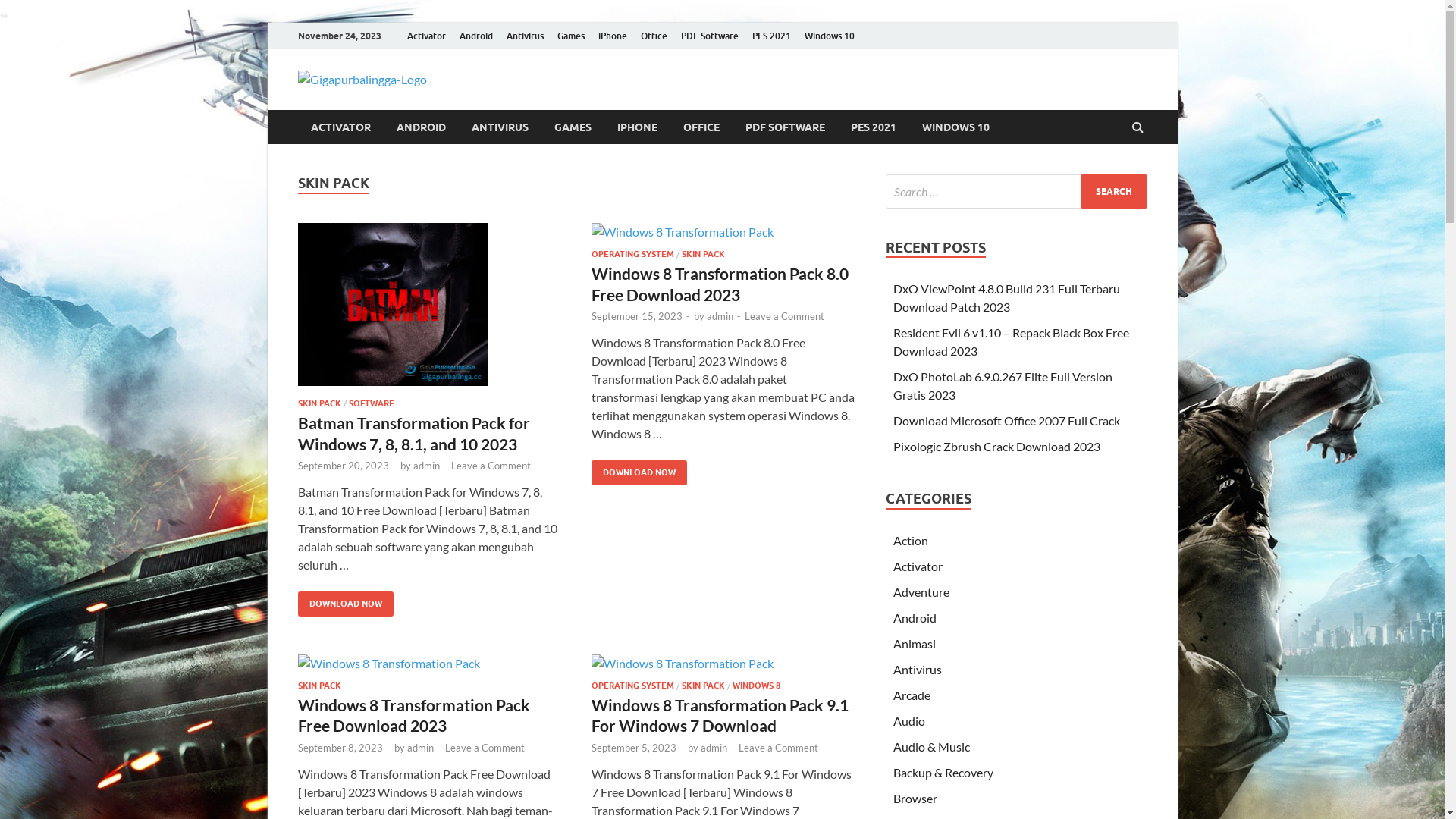 This screenshot has width=1456, height=819. What do you see at coordinates (701, 126) in the screenshot?
I see `'OFFICE'` at bounding box center [701, 126].